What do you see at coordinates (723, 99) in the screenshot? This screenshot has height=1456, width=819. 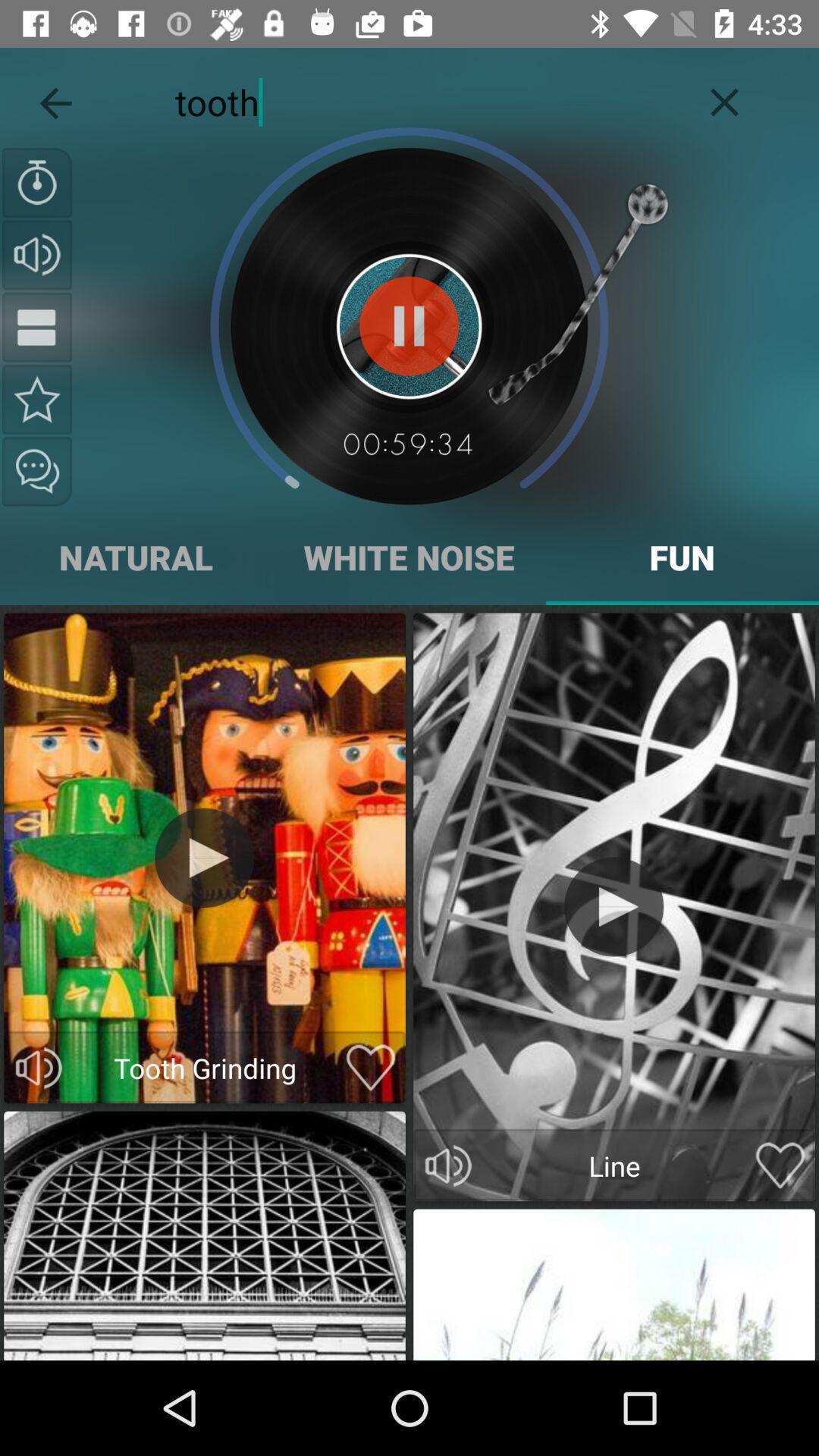 I see `the icon next to the tooth` at bounding box center [723, 99].